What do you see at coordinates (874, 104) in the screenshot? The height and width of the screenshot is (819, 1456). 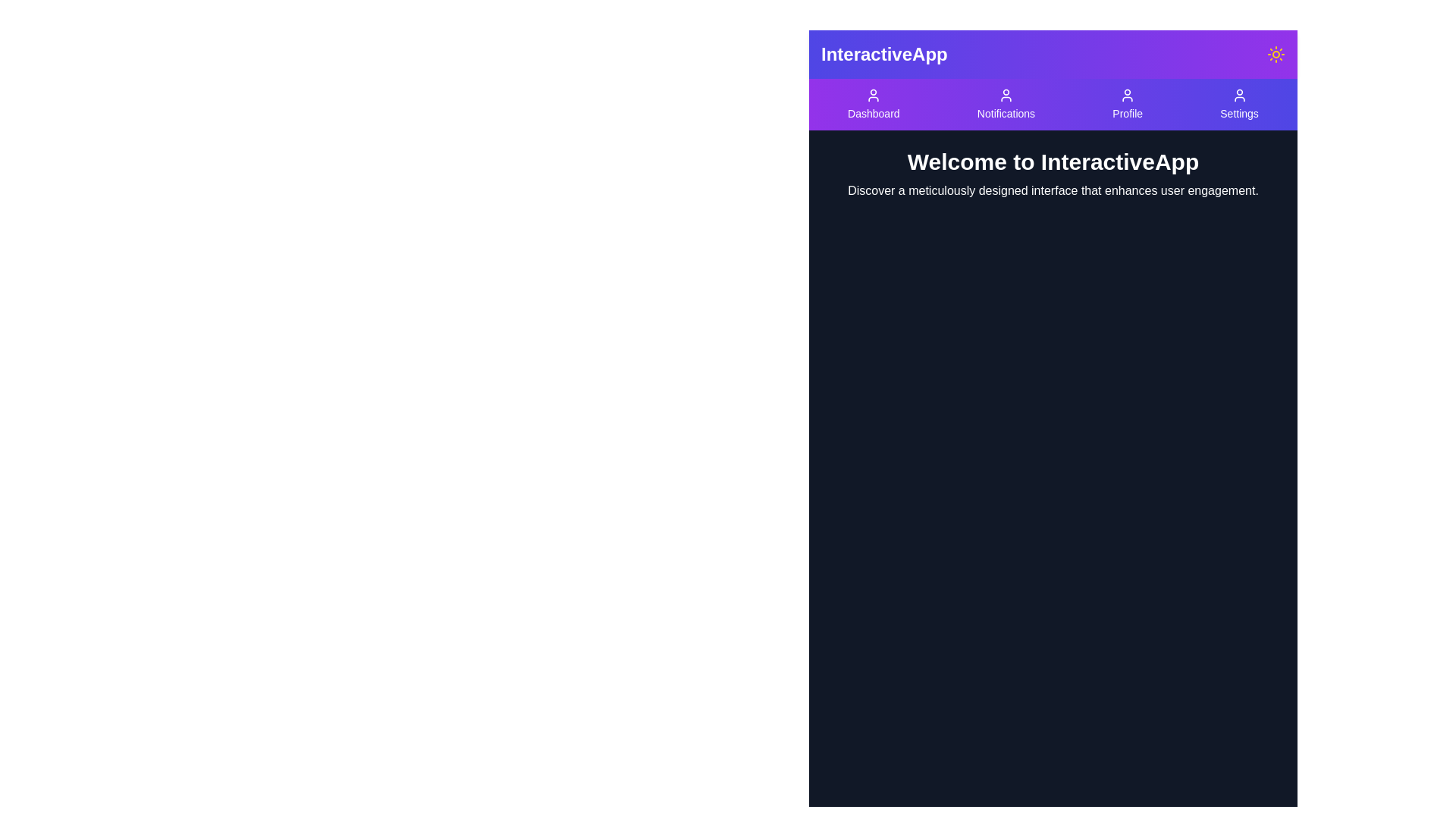 I see `the Dashboard button in the navigation bar` at bounding box center [874, 104].